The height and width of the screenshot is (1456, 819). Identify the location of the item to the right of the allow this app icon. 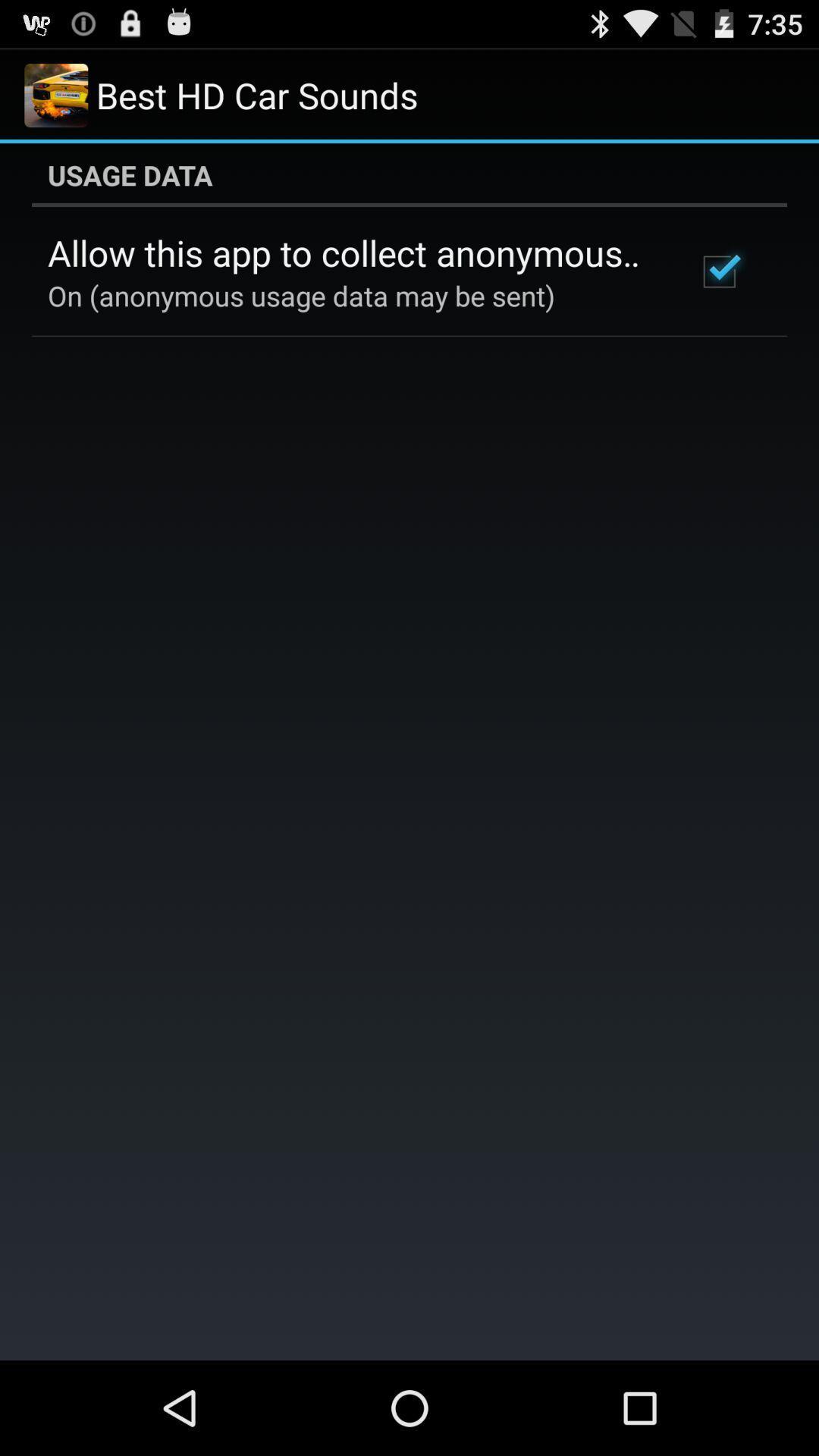
(718, 271).